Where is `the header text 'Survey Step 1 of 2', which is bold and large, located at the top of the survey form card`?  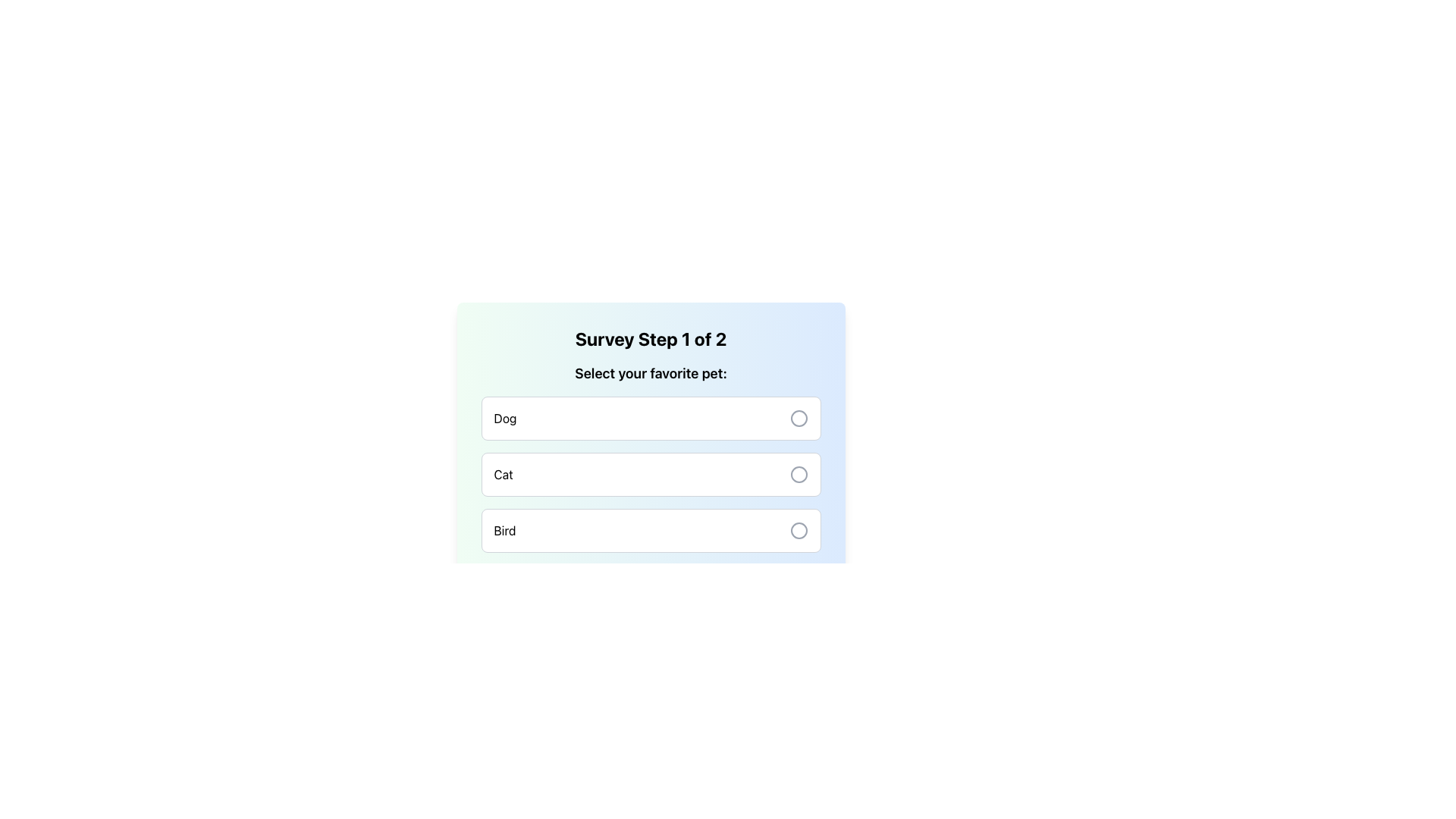 the header text 'Survey Step 1 of 2', which is bold and large, located at the top of the survey form card is located at coordinates (651, 338).